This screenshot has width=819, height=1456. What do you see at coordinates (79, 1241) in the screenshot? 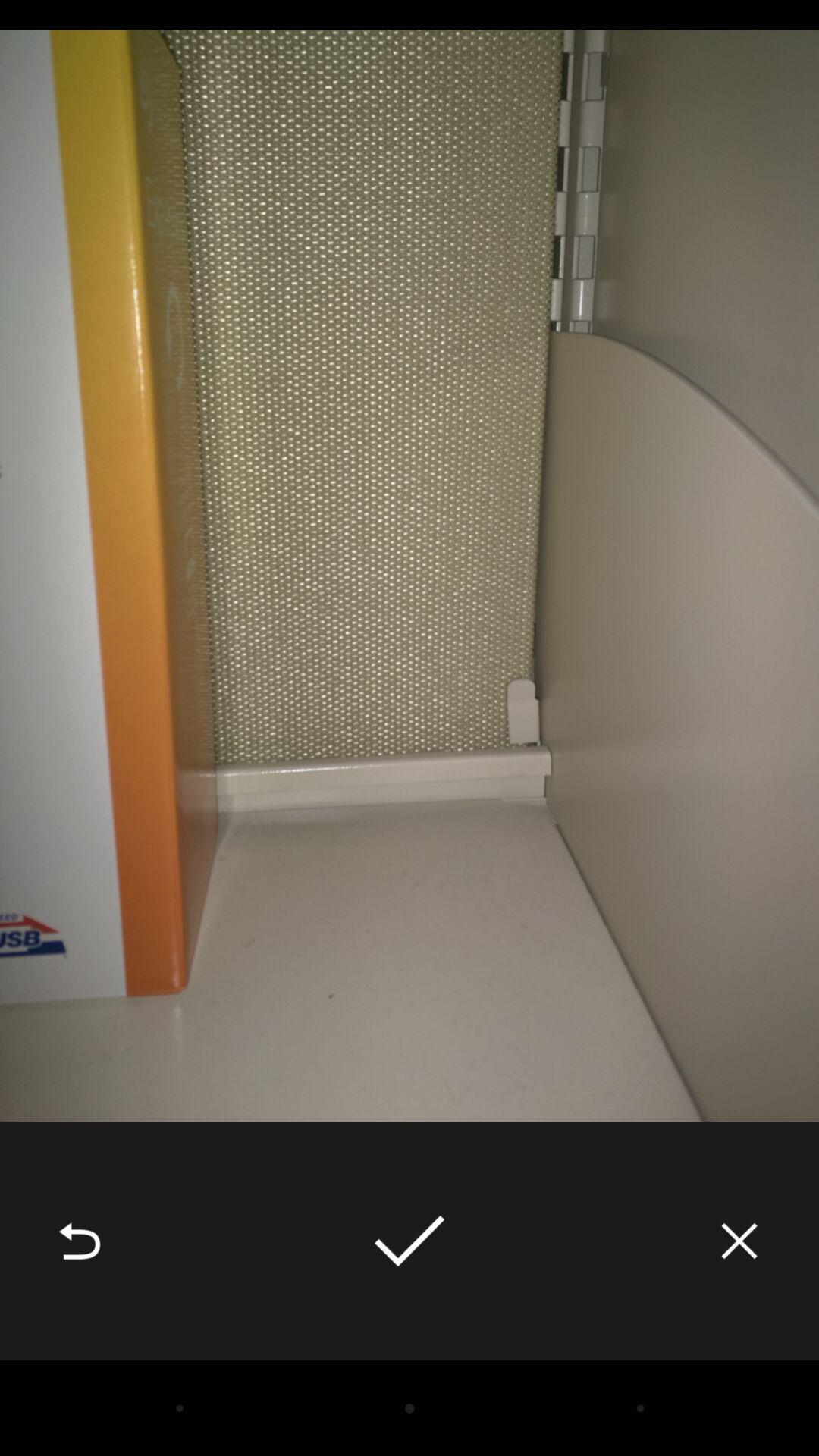
I see `item at the bottom left corner` at bounding box center [79, 1241].